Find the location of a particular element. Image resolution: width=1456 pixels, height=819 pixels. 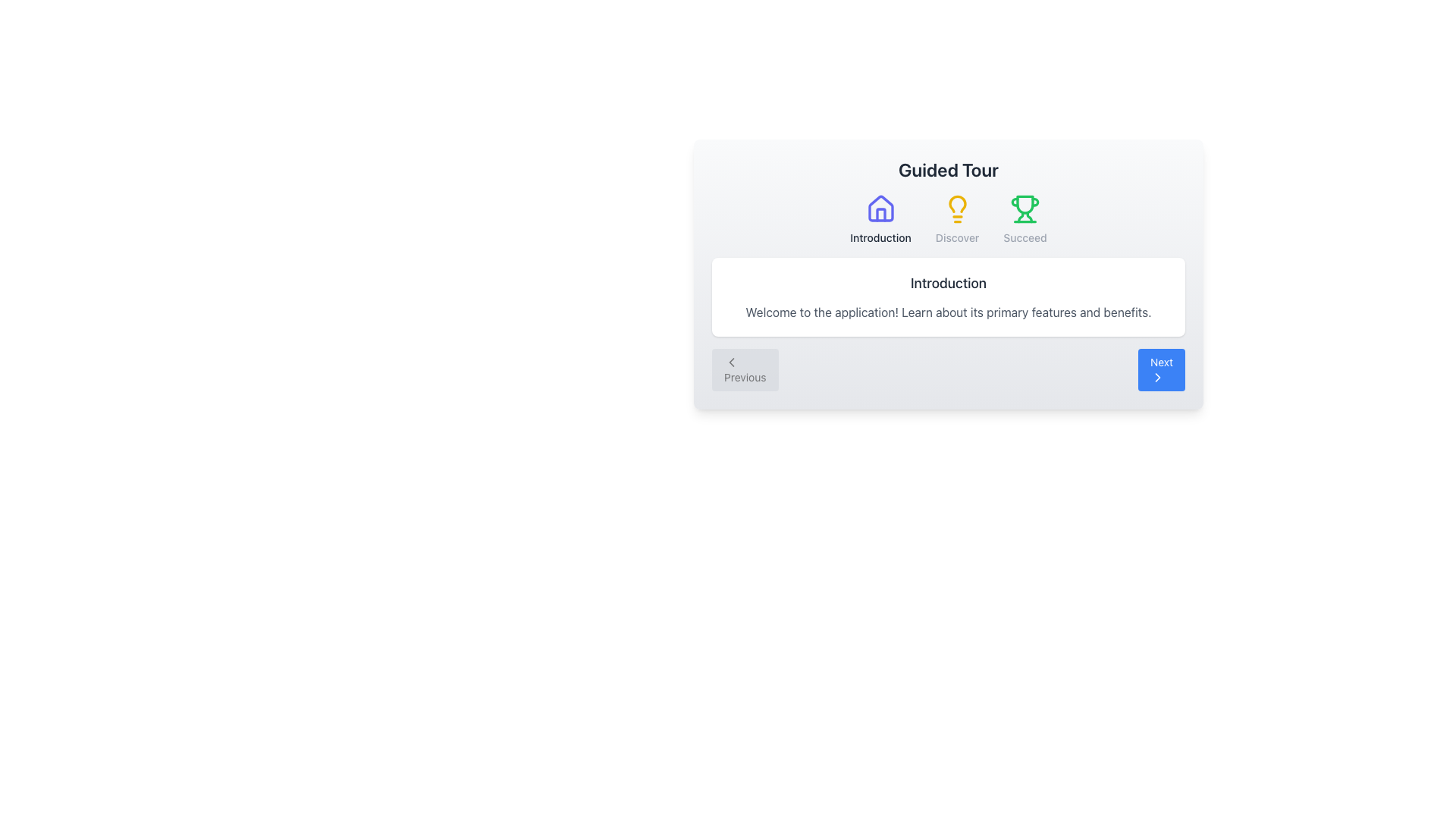

the 'Previous' button located at the bottom-left corner of the navigation section is located at coordinates (745, 370).